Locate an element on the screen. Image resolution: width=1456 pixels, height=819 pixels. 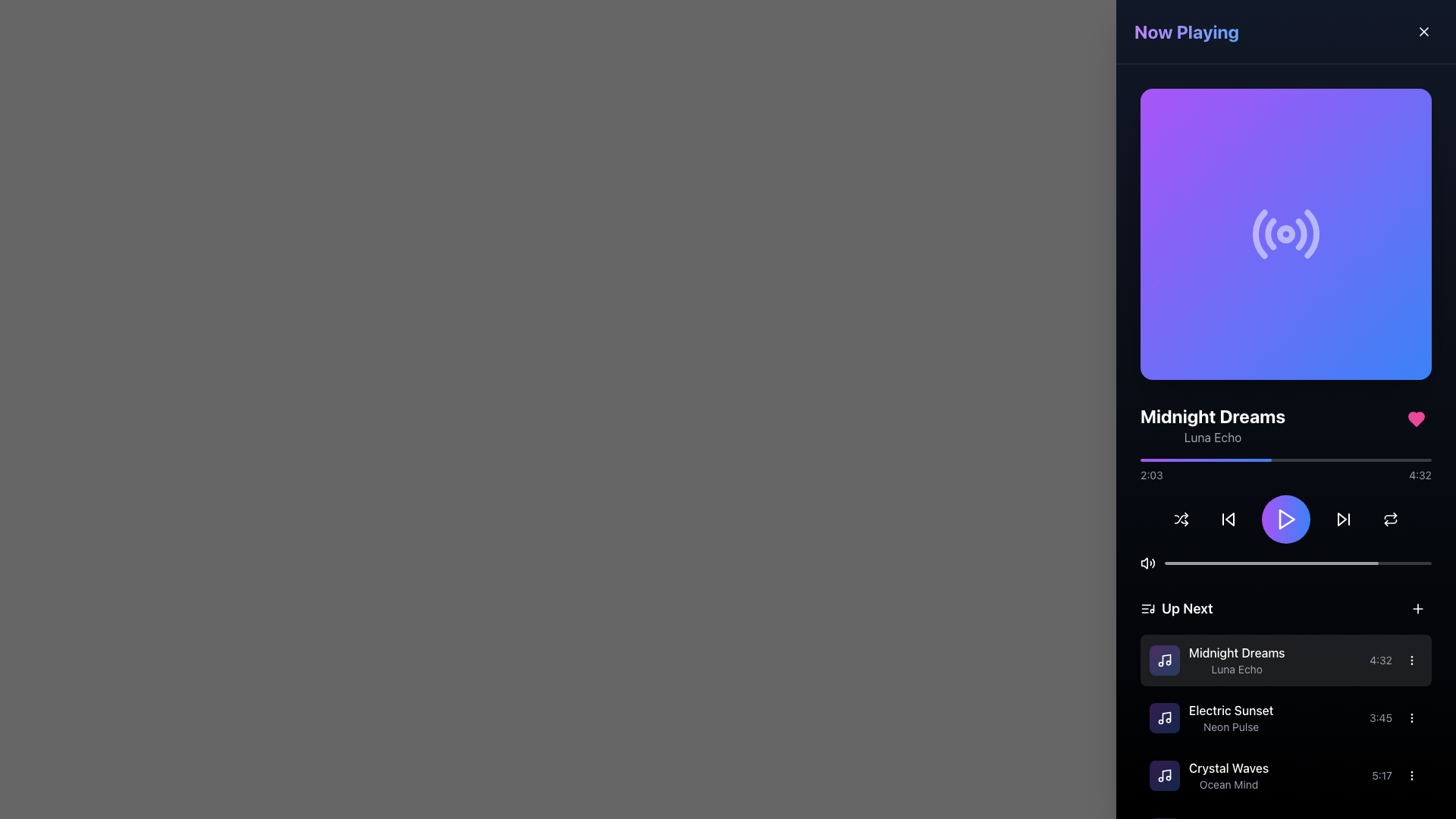
the radio icon composed of concentric circles and curved lines, which is rendered in white with partial transparency and is located at the center of a square card in the 'Now Playing' section of the UI is located at coordinates (1285, 234).